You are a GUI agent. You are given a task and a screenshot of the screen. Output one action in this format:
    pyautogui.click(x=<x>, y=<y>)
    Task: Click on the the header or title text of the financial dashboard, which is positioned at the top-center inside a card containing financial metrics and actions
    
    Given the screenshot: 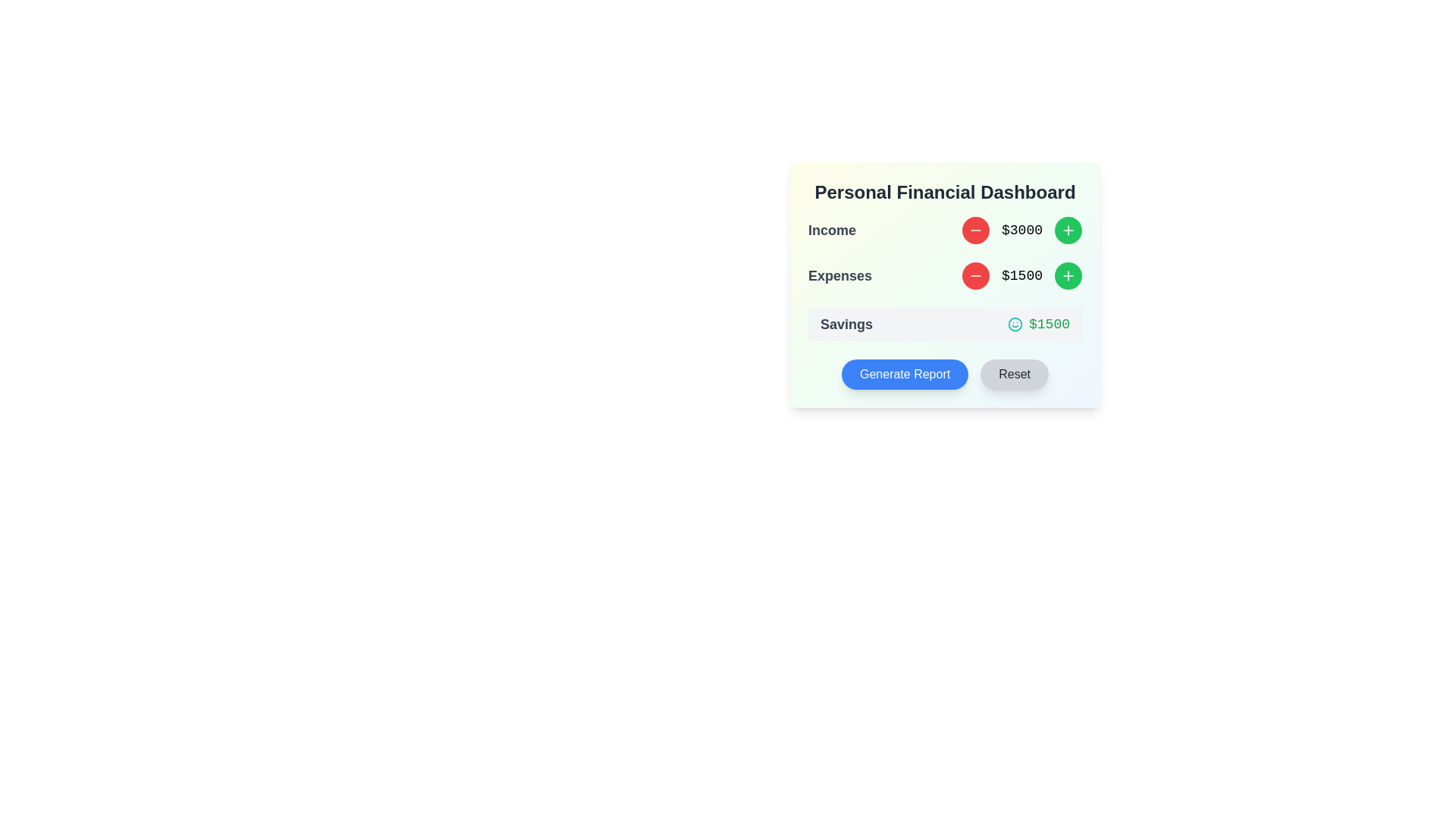 What is the action you would take?
    pyautogui.click(x=944, y=192)
    